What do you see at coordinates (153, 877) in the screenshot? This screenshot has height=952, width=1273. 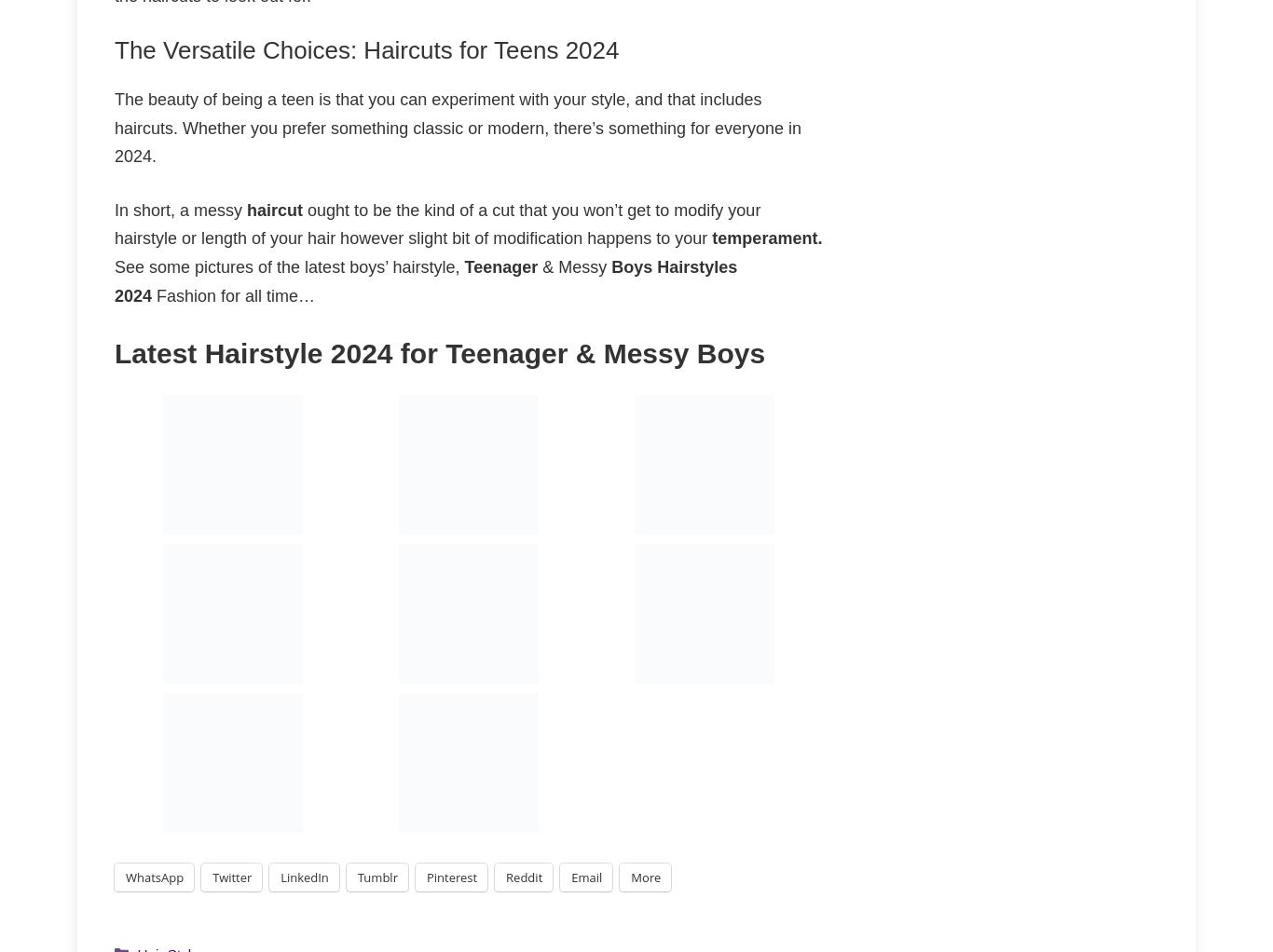 I see `'WhatsApp'` at bounding box center [153, 877].